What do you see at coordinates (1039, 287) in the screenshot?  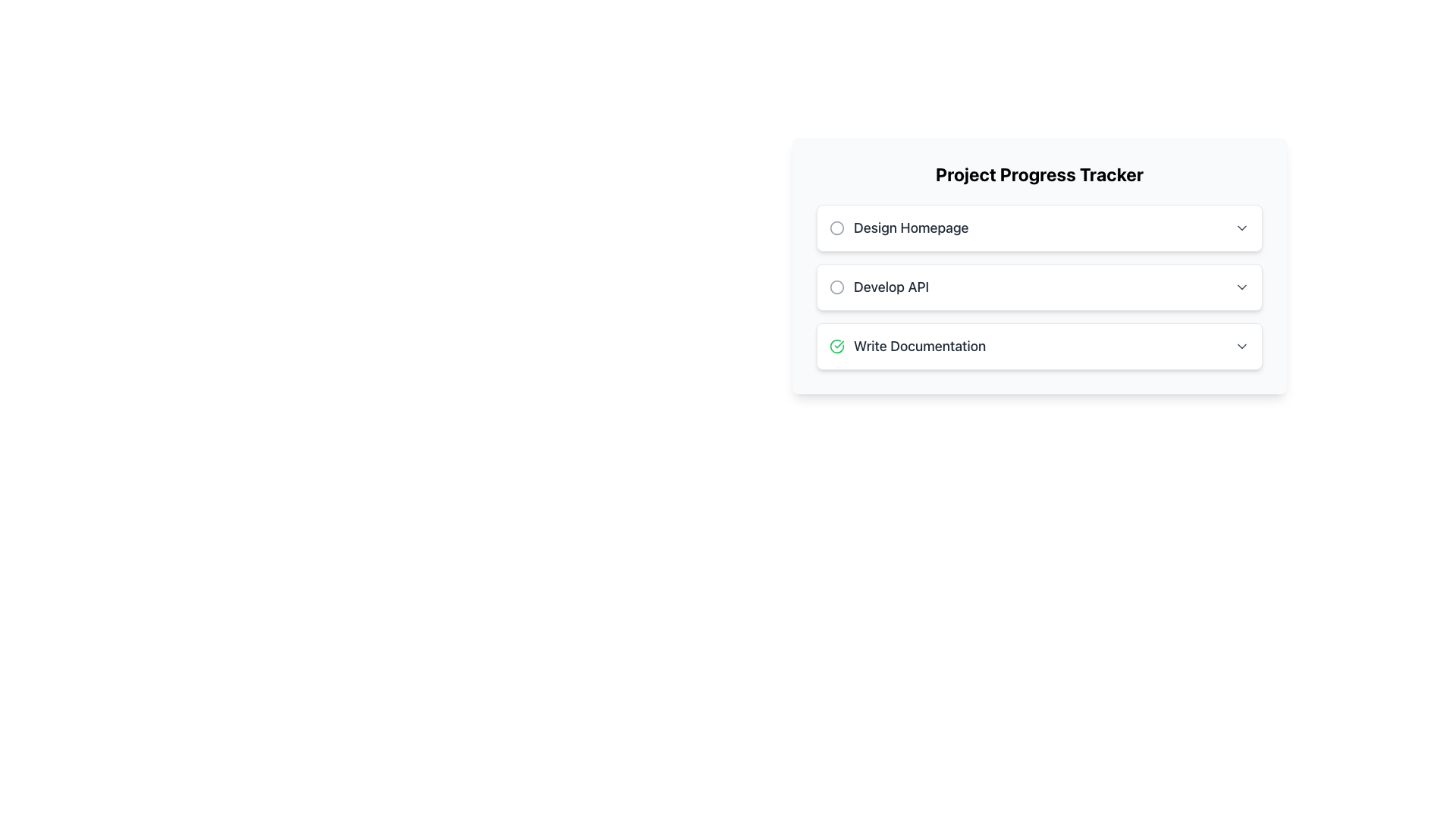 I see `the task item labeled 'Develop API'` at bounding box center [1039, 287].